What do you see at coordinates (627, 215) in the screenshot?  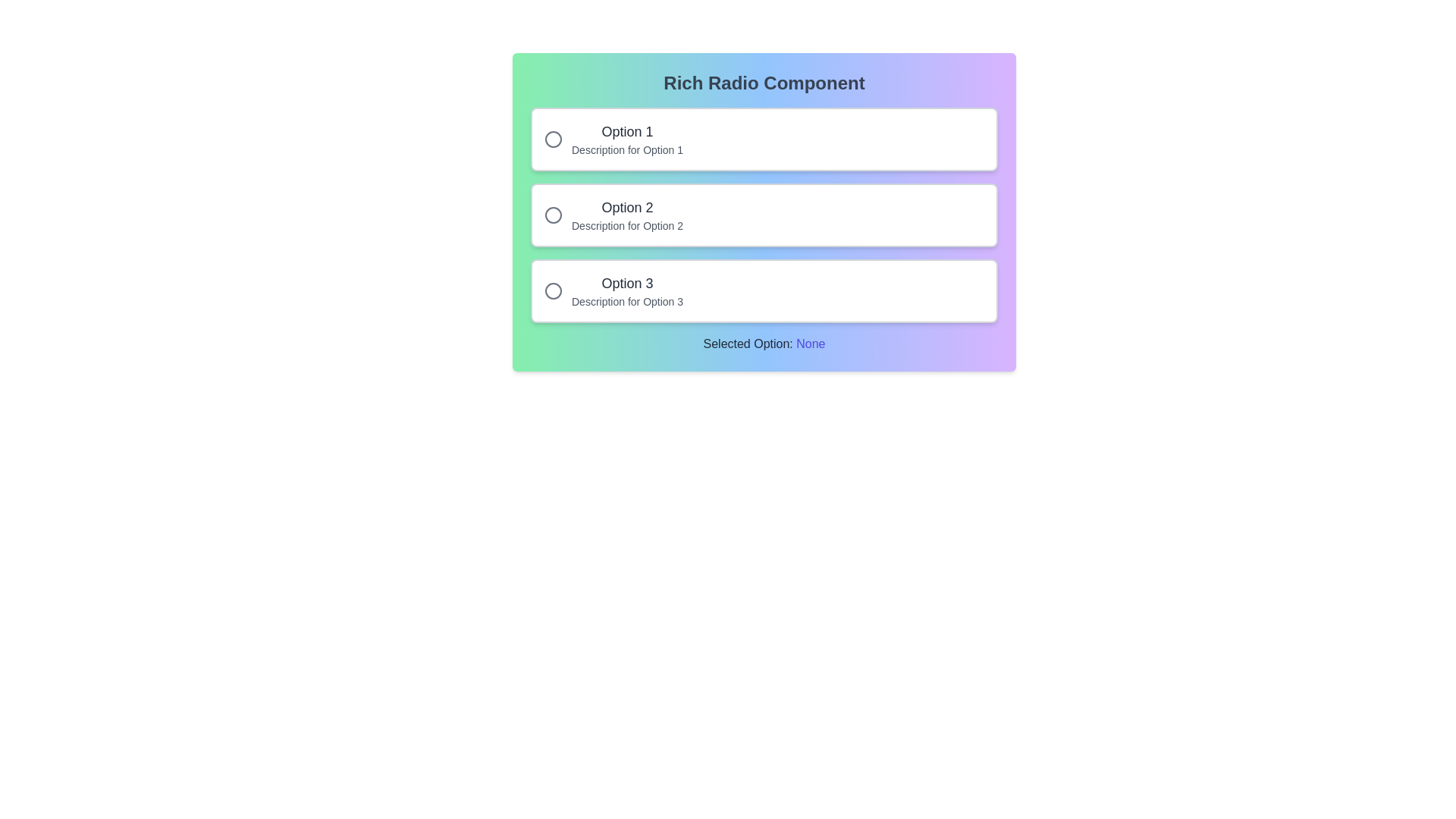 I see `the text label displaying 'Option 2'` at bounding box center [627, 215].